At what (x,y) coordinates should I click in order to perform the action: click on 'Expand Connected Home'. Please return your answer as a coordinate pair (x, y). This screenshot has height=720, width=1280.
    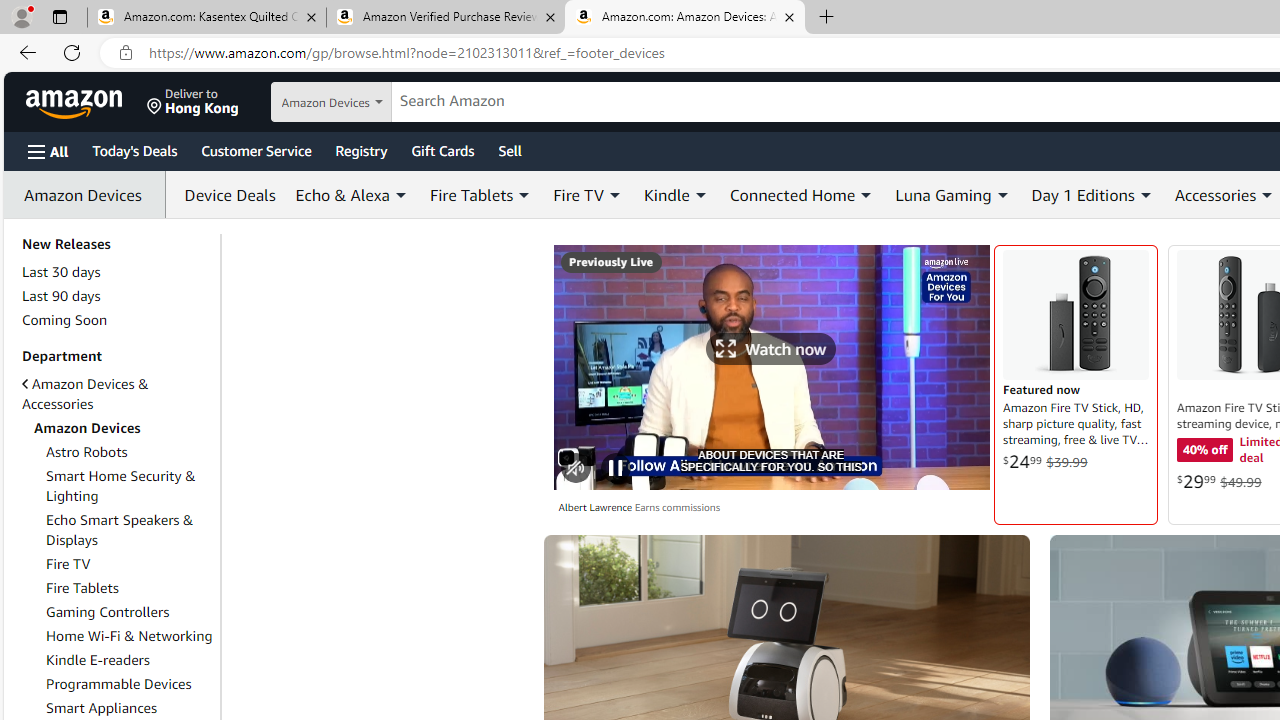
    Looking at the image, I should click on (866, 195).